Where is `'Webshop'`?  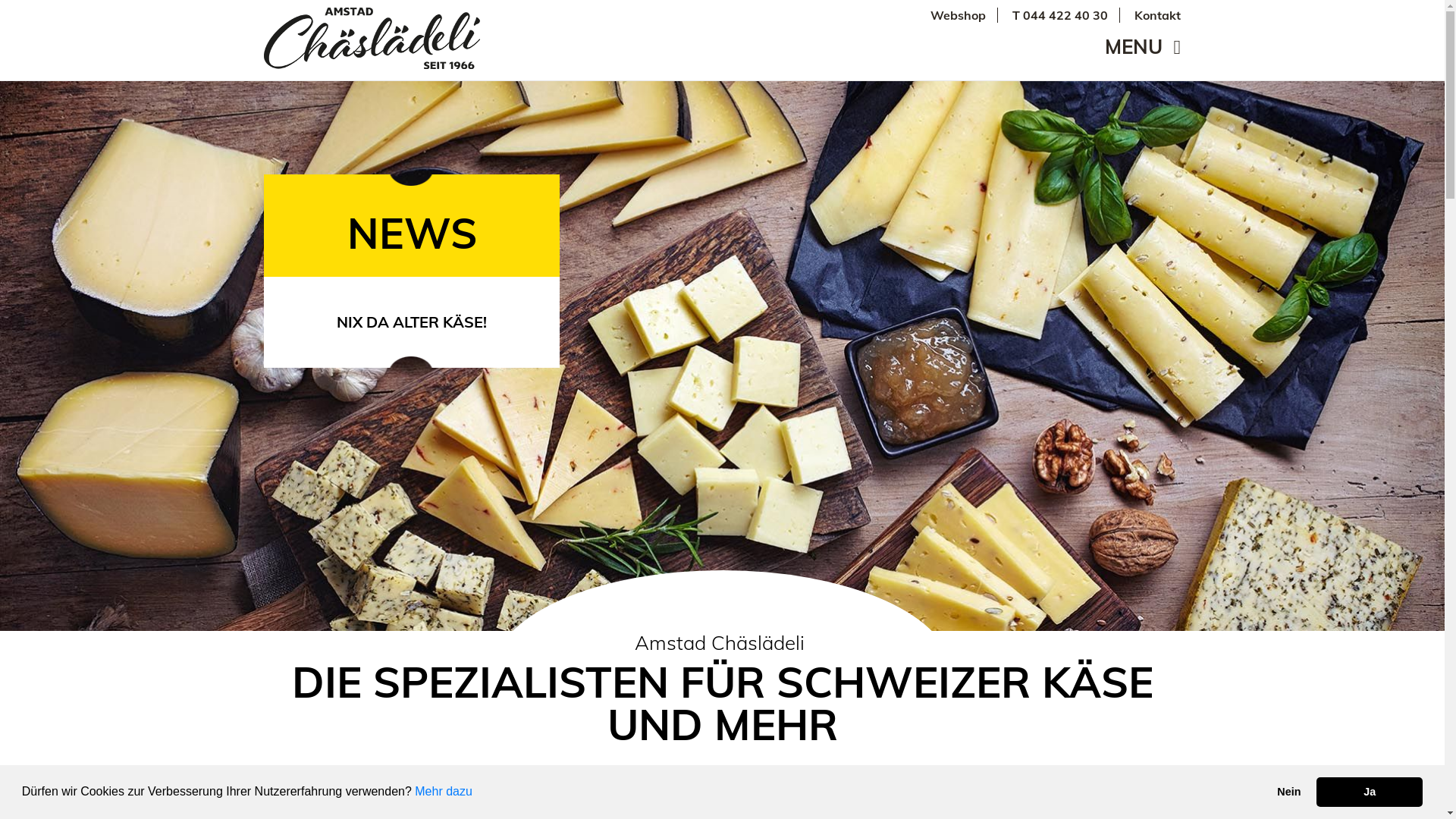 'Webshop' is located at coordinates (957, 14).